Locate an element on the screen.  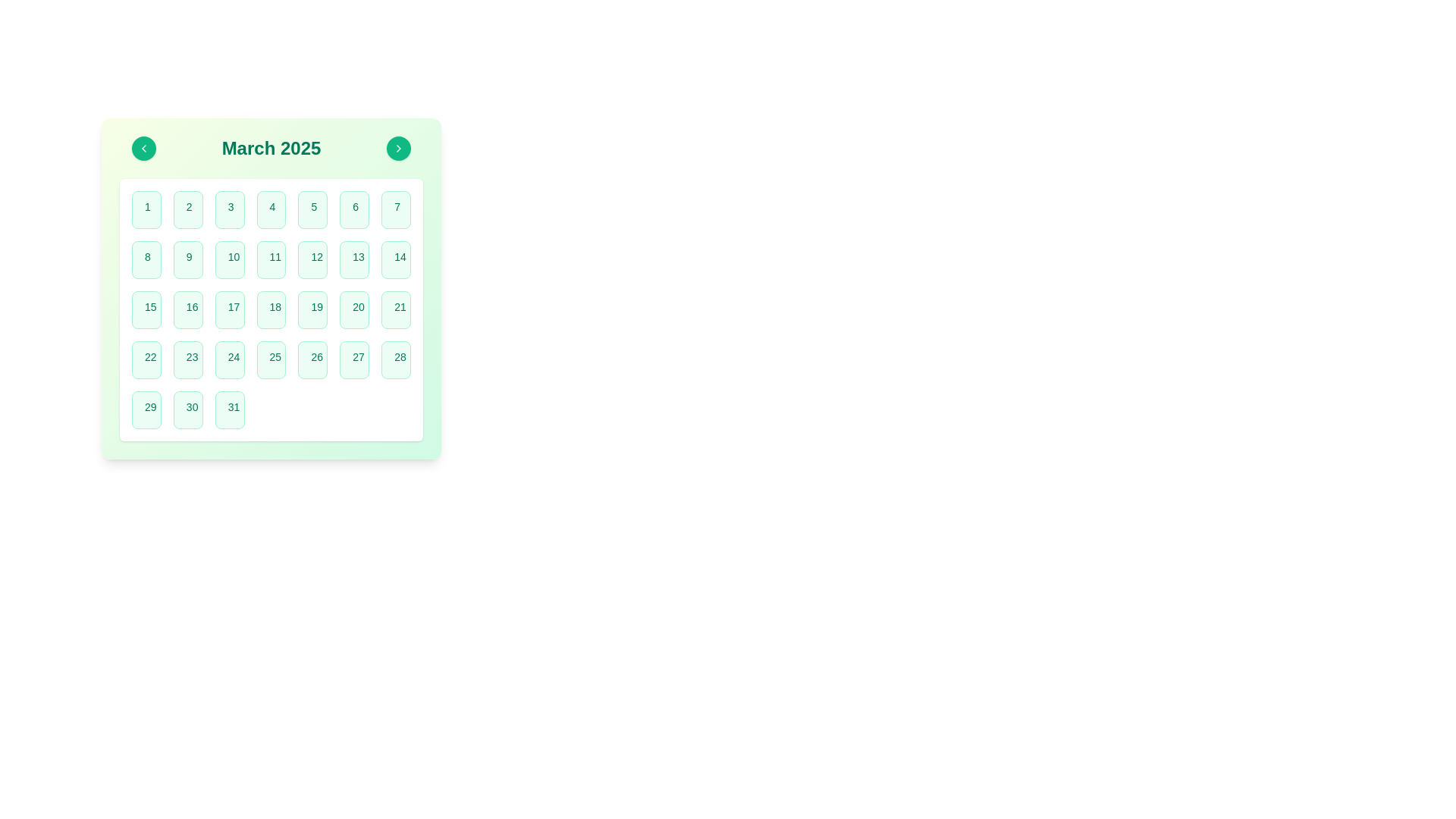
the text label displaying the number '12' in the calendar UI, which is styled in a small font size with medium weight and a greenish tone, located in the second row, fourth column of the grid is located at coordinates (316, 256).